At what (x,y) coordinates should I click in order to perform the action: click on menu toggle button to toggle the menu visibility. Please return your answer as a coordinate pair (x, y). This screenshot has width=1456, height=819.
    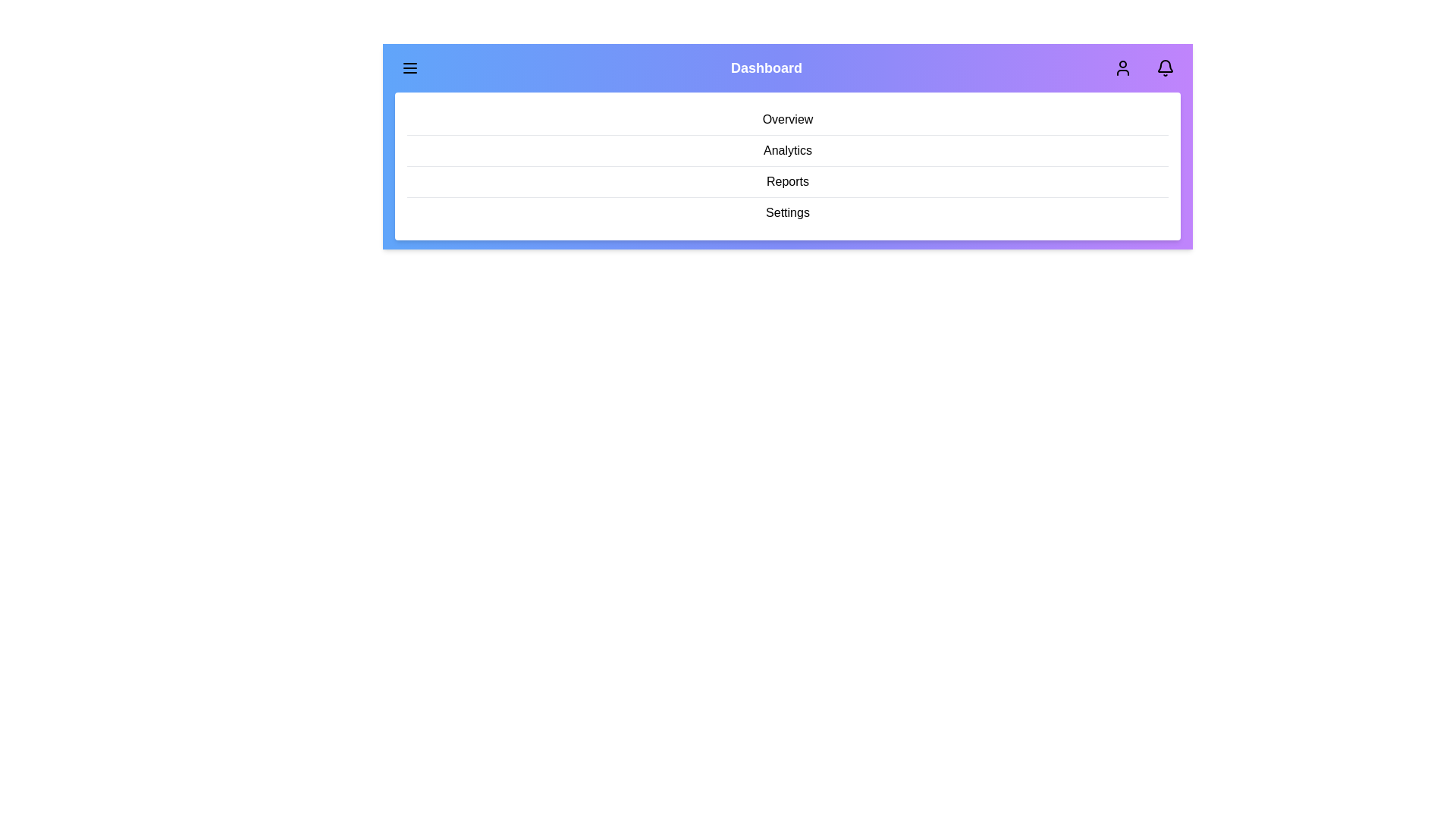
    Looking at the image, I should click on (410, 67).